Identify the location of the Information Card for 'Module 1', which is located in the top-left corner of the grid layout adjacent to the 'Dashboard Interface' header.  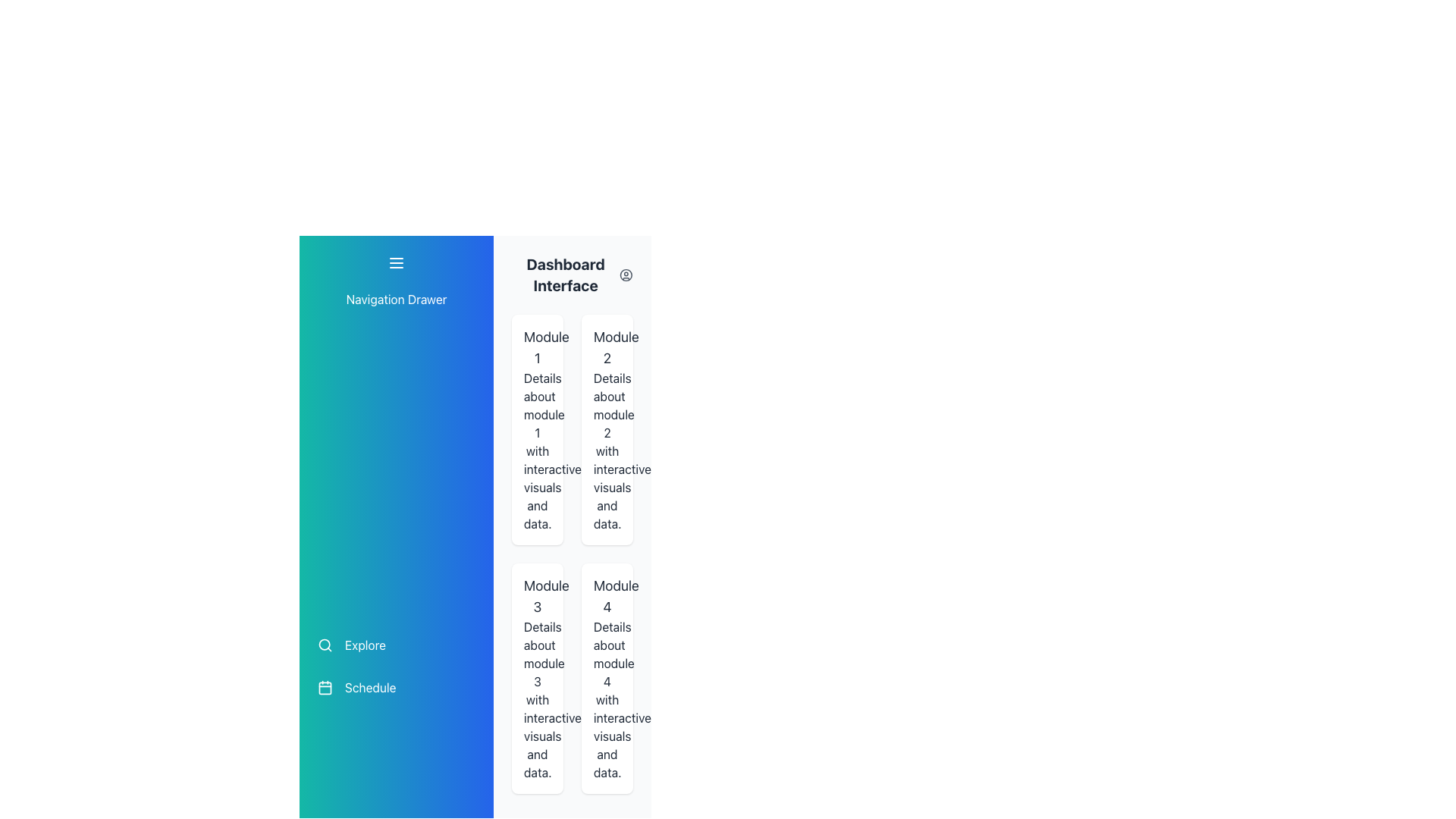
(538, 430).